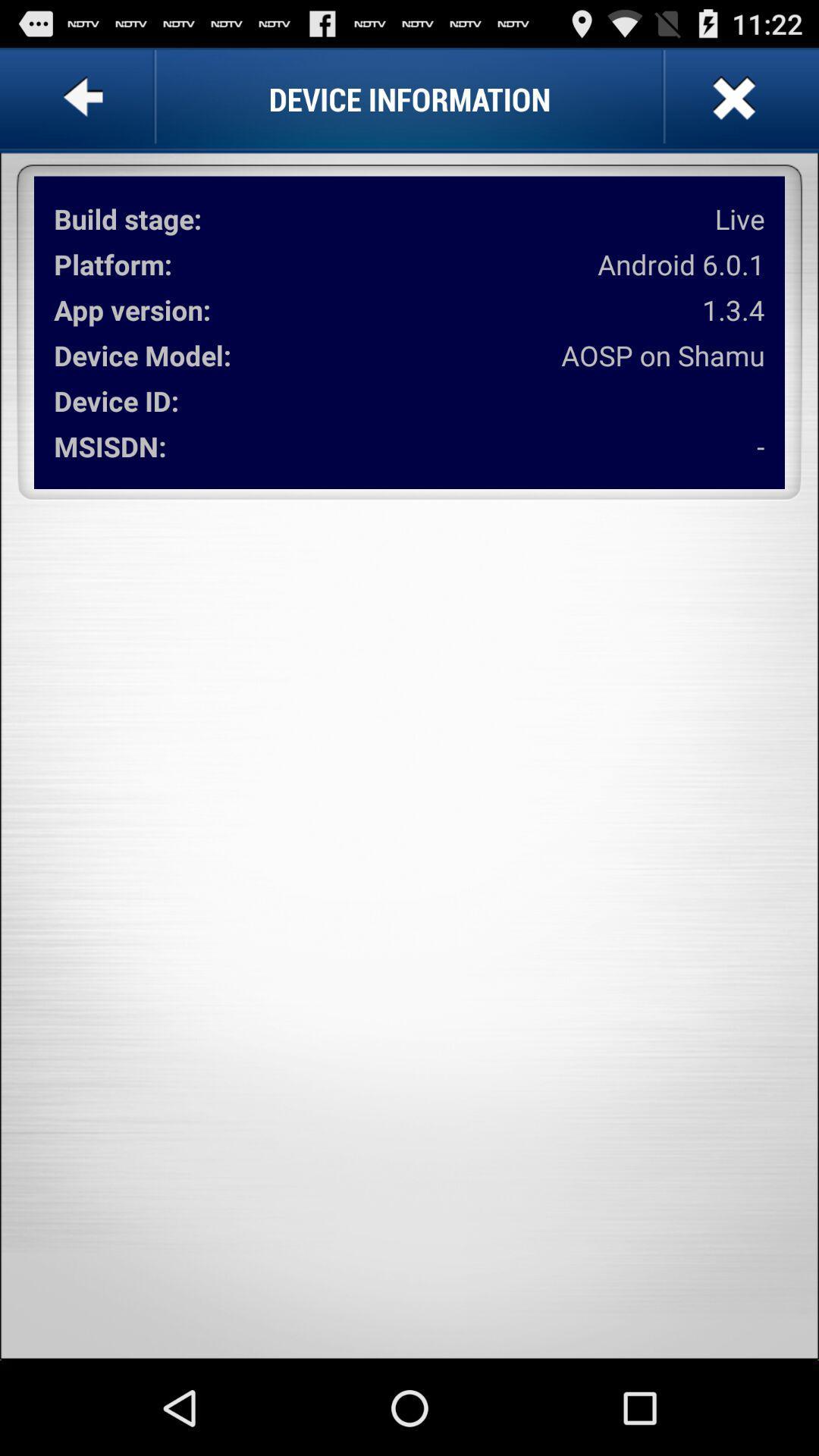 The height and width of the screenshot is (1456, 819). What do you see at coordinates (86, 98) in the screenshot?
I see `item next to device information` at bounding box center [86, 98].